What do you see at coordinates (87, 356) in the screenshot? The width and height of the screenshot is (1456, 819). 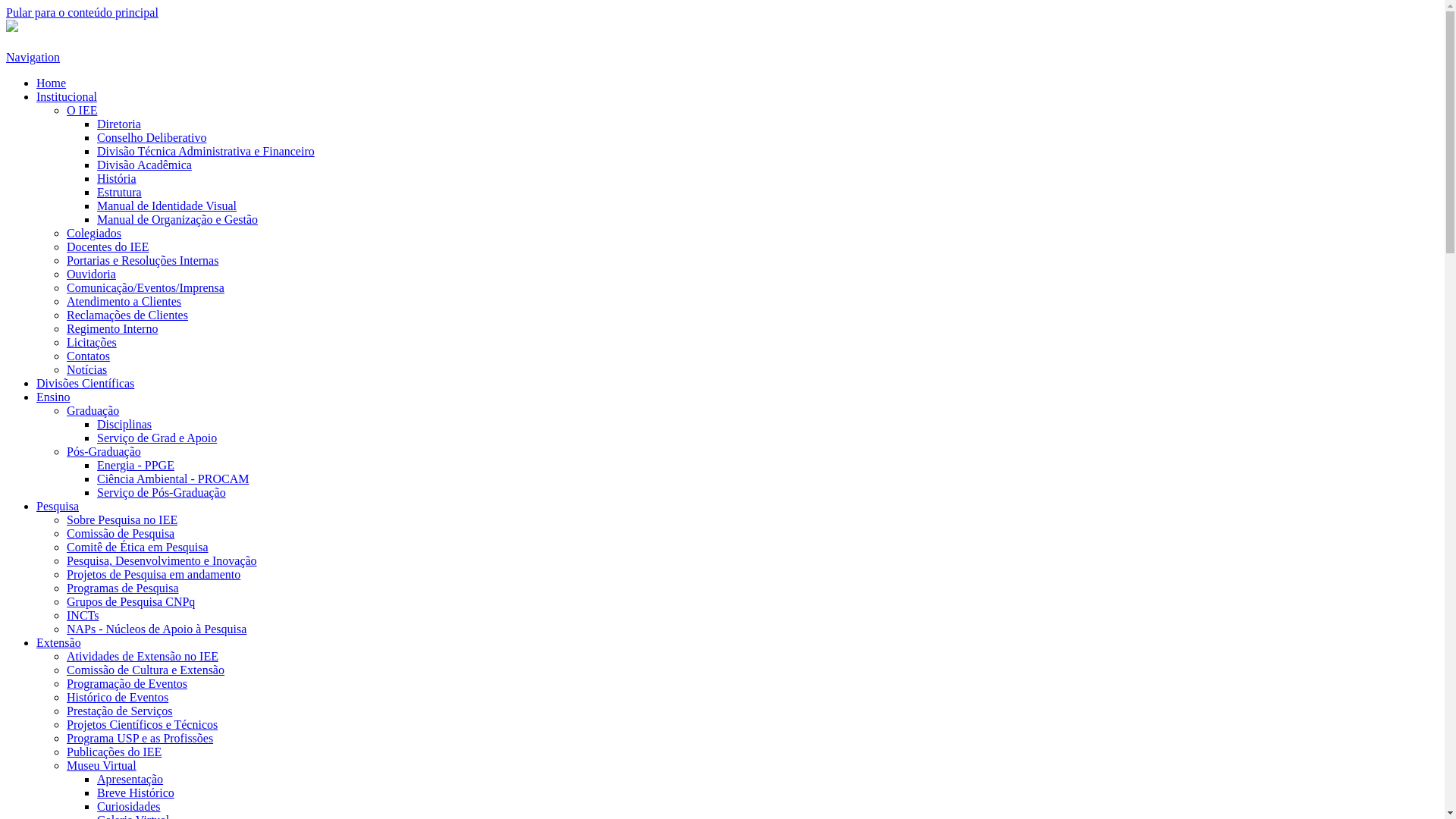 I see `'Contatos'` at bounding box center [87, 356].